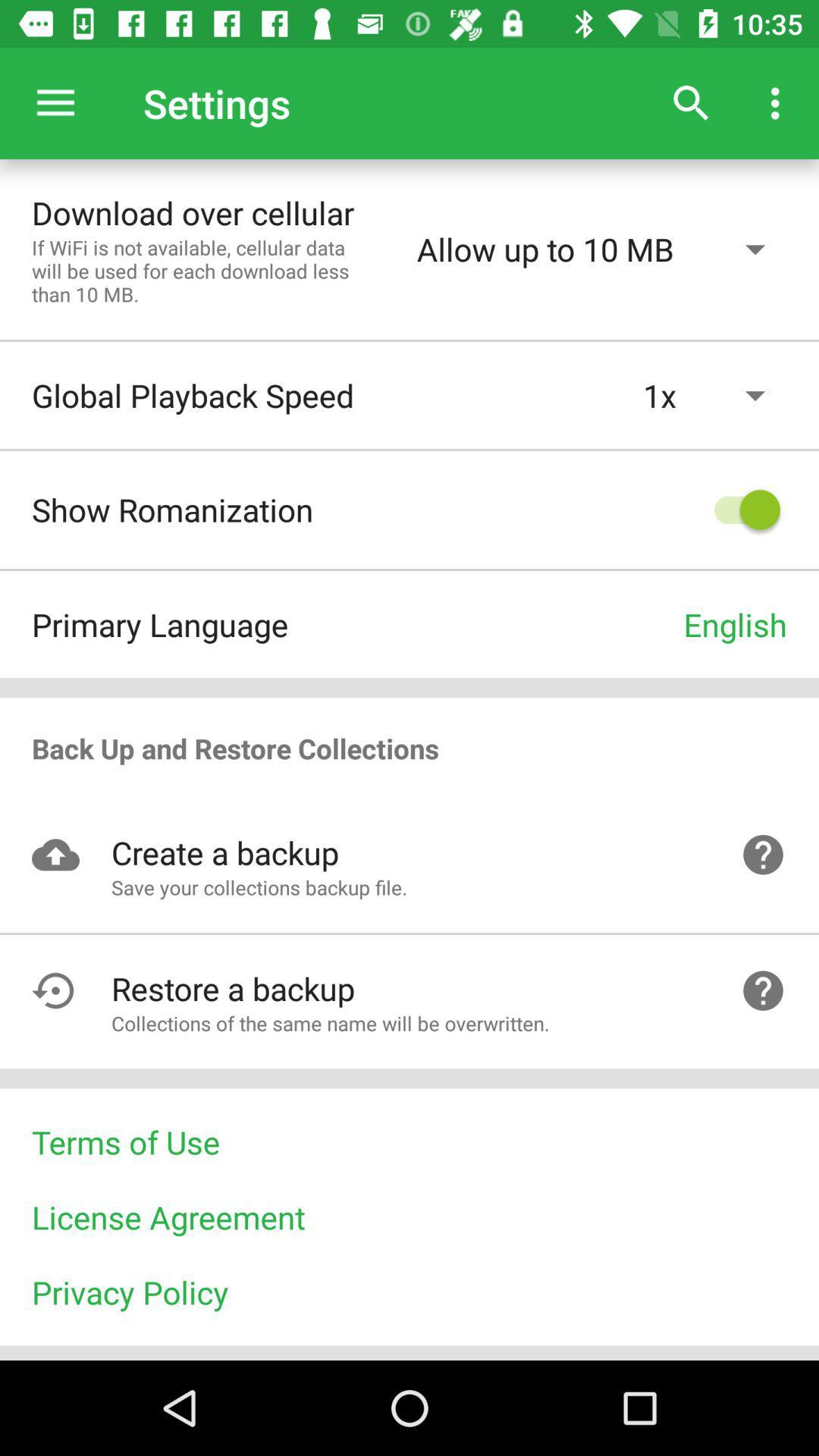 The image size is (819, 1456). Describe the element at coordinates (763, 855) in the screenshot. I see `the help icon` at that location.